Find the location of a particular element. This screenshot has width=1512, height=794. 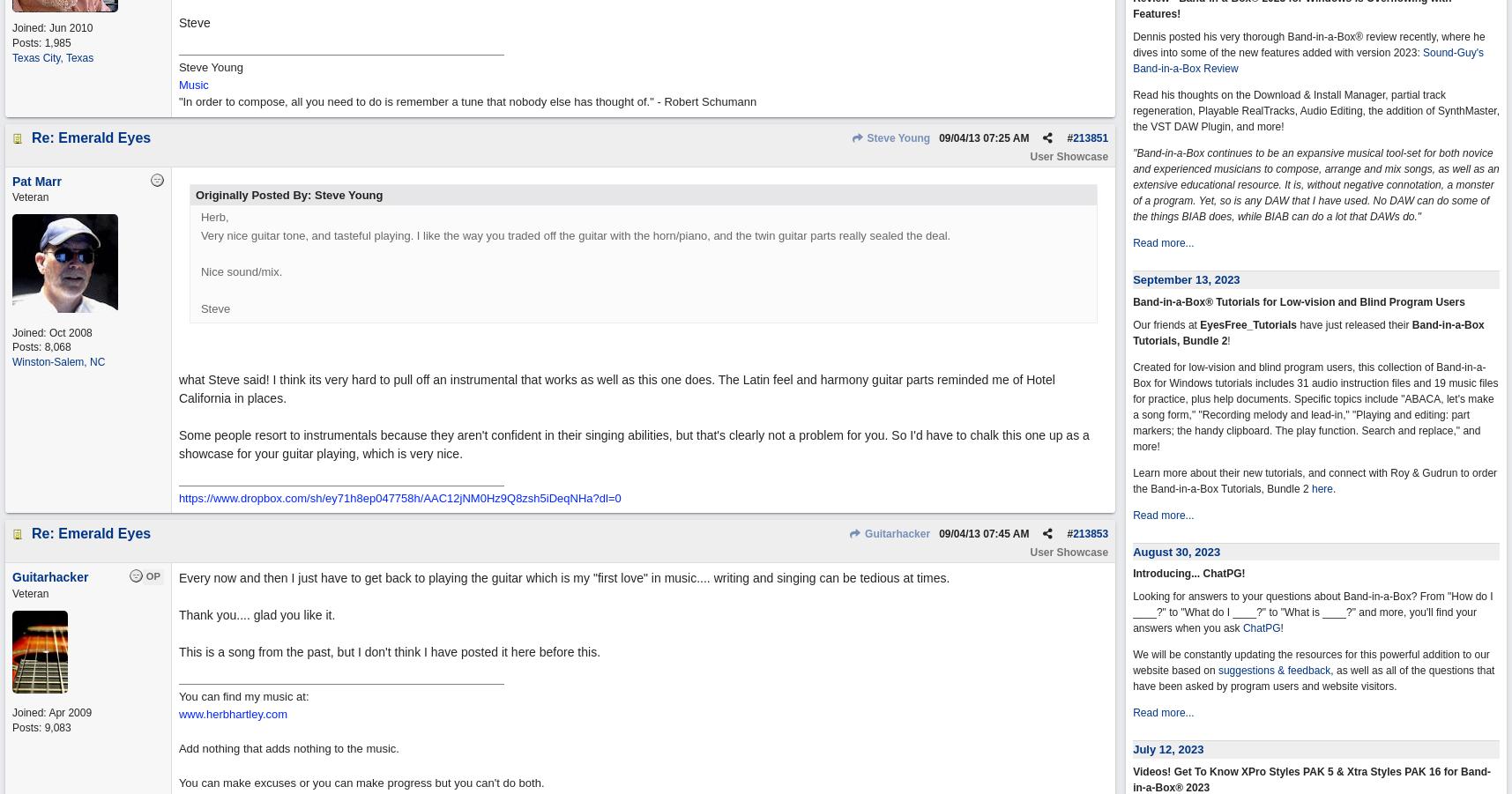

'OP' is located at coordinates (153, 576).